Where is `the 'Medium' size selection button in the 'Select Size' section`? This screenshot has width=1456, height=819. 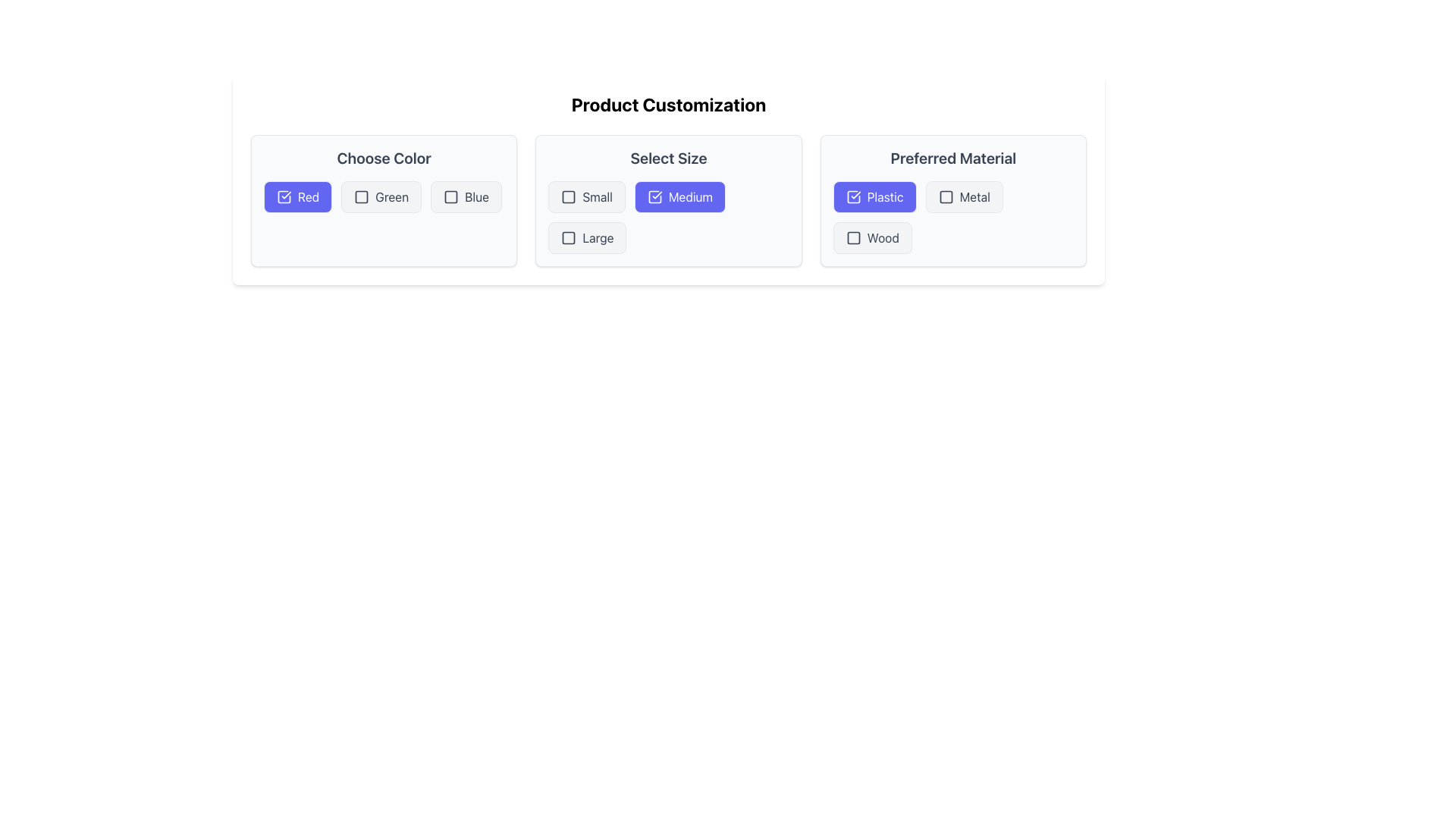 the 'Medium' size selection button in the 'Select Size' section is located at coordinates (679, 196).